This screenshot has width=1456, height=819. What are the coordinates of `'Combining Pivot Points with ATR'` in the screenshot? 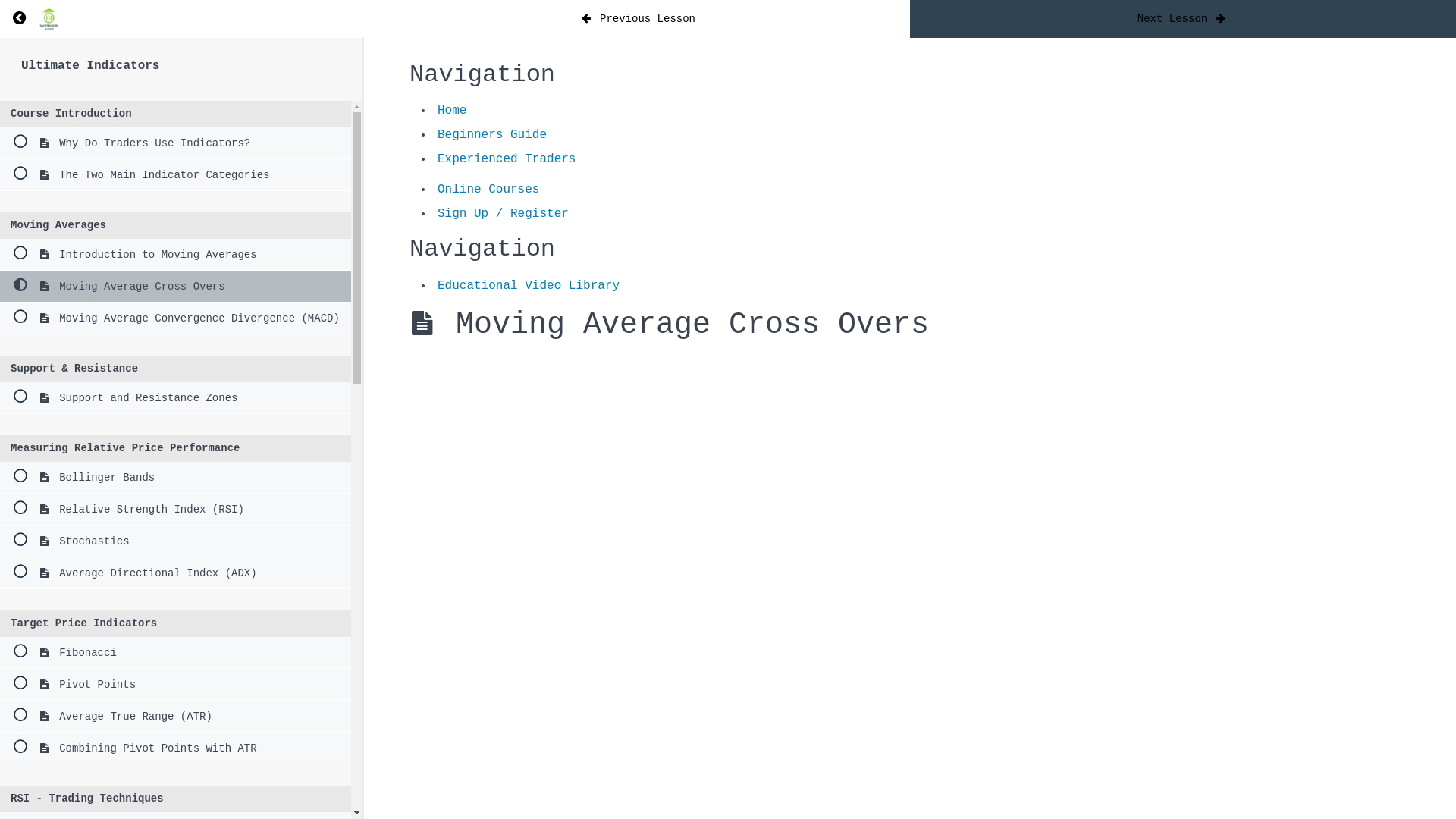 It's located at (175, 748).